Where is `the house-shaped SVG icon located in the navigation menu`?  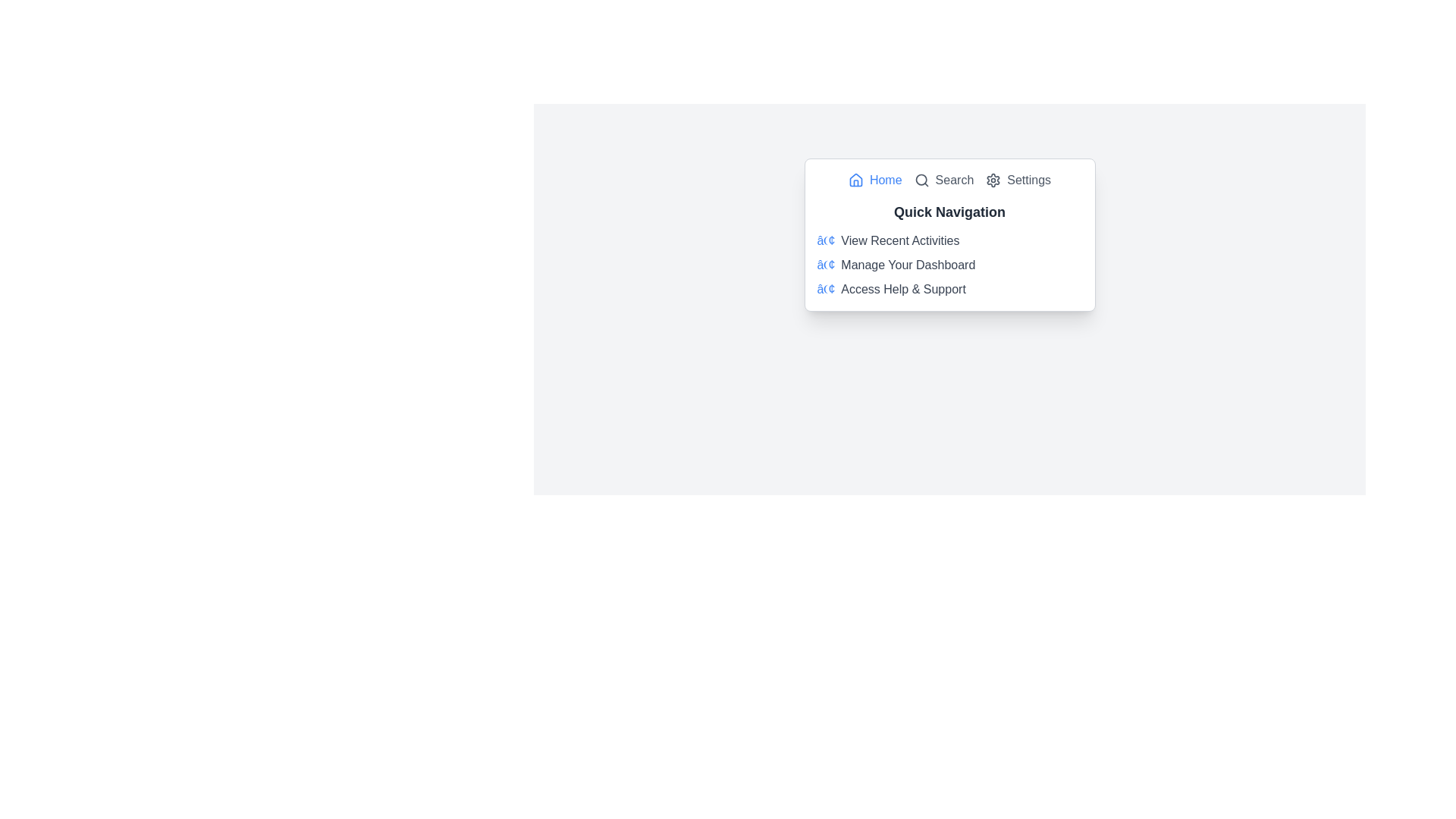
the house-shaped SVG icon located in the navigation menu is located at coordinates (855, 179).